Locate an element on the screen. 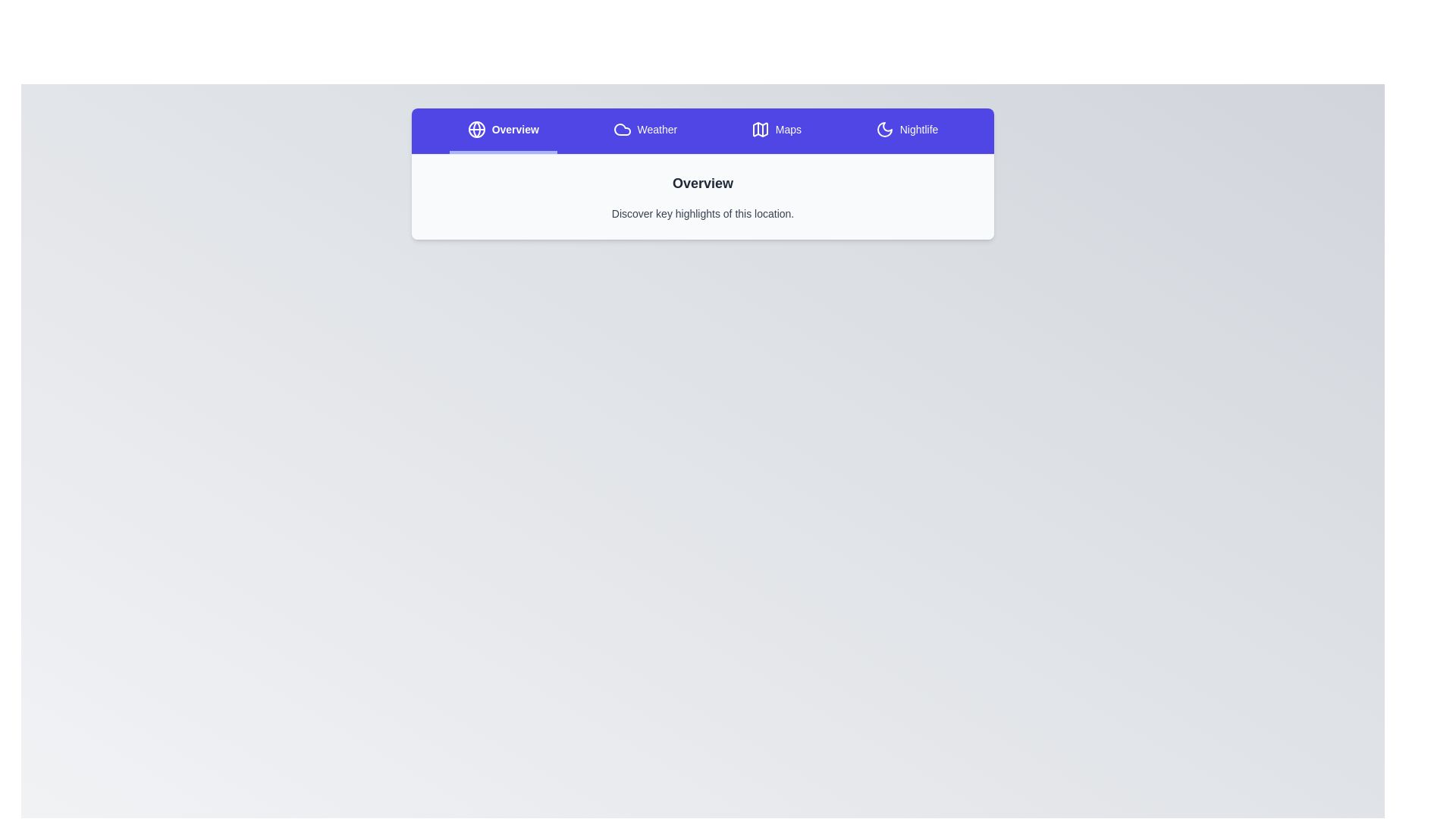 The width and height of the screenshot is (1456, 819). the Weather tab is located at coordinates (645, 130).